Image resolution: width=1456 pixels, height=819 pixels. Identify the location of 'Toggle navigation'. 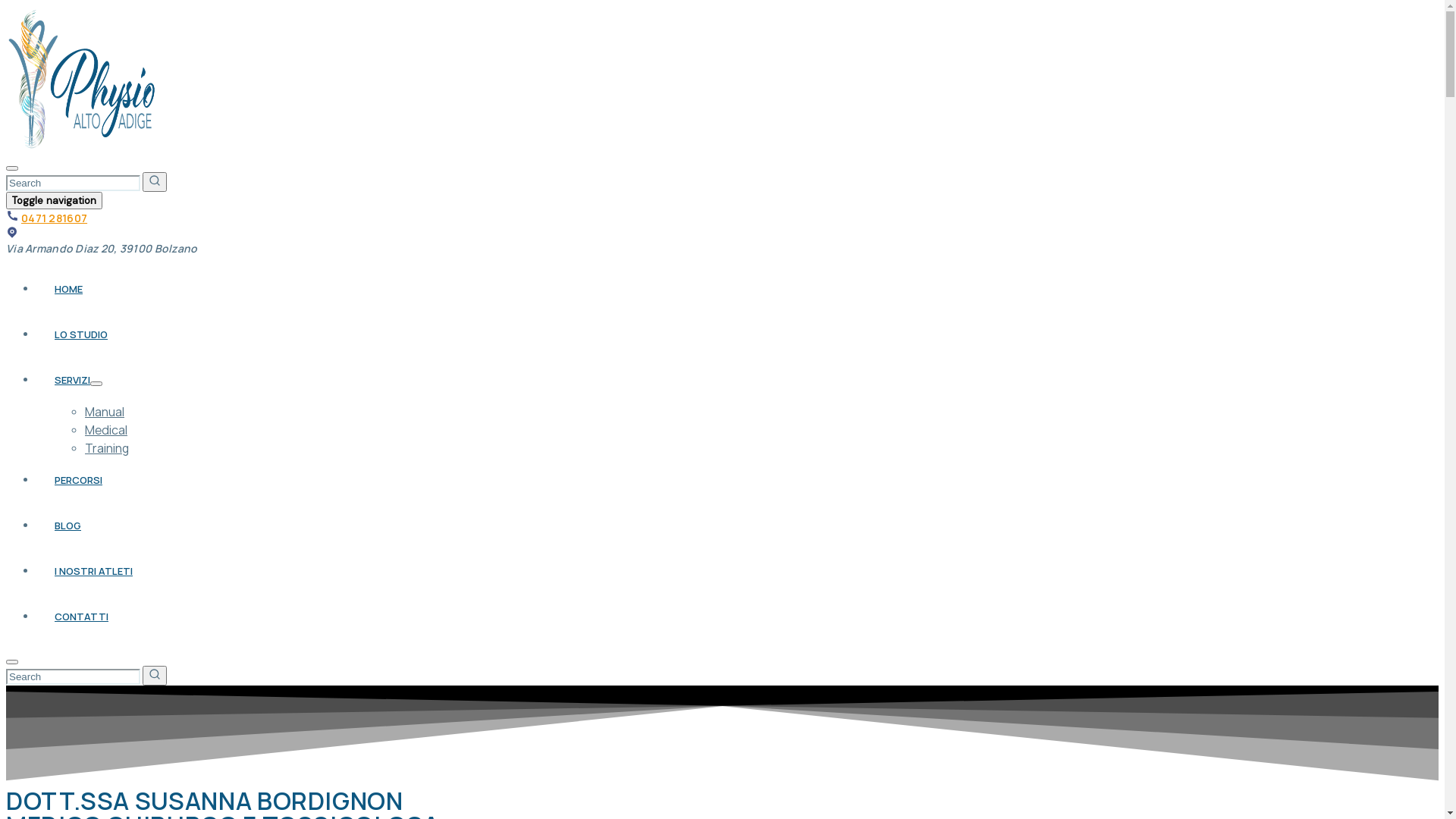
(54, 199).